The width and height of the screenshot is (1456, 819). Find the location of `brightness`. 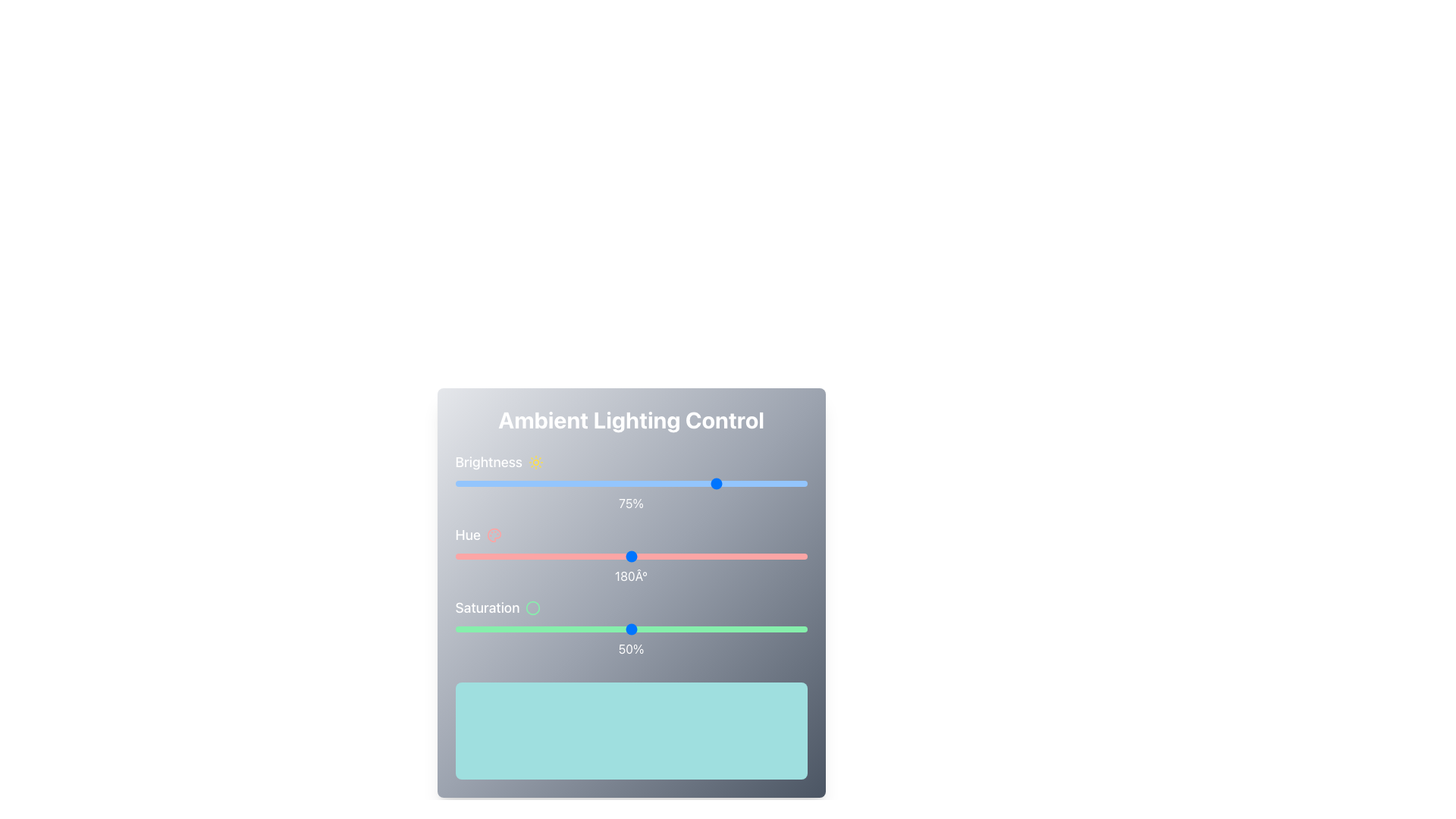

brightness is located at coordinates (758, 483).